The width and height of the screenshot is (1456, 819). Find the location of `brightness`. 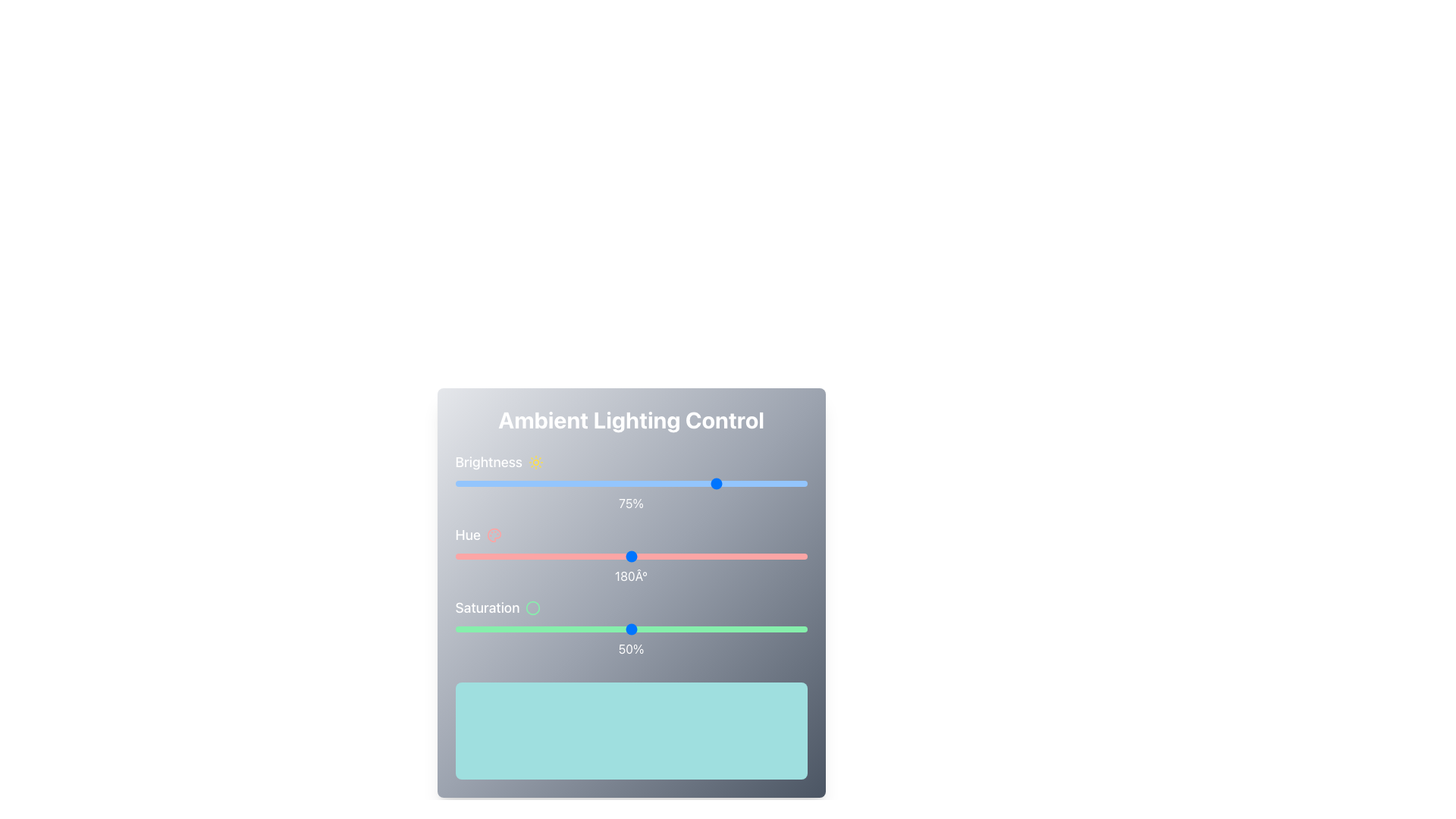

brightness is located at coordinates (758, 483).